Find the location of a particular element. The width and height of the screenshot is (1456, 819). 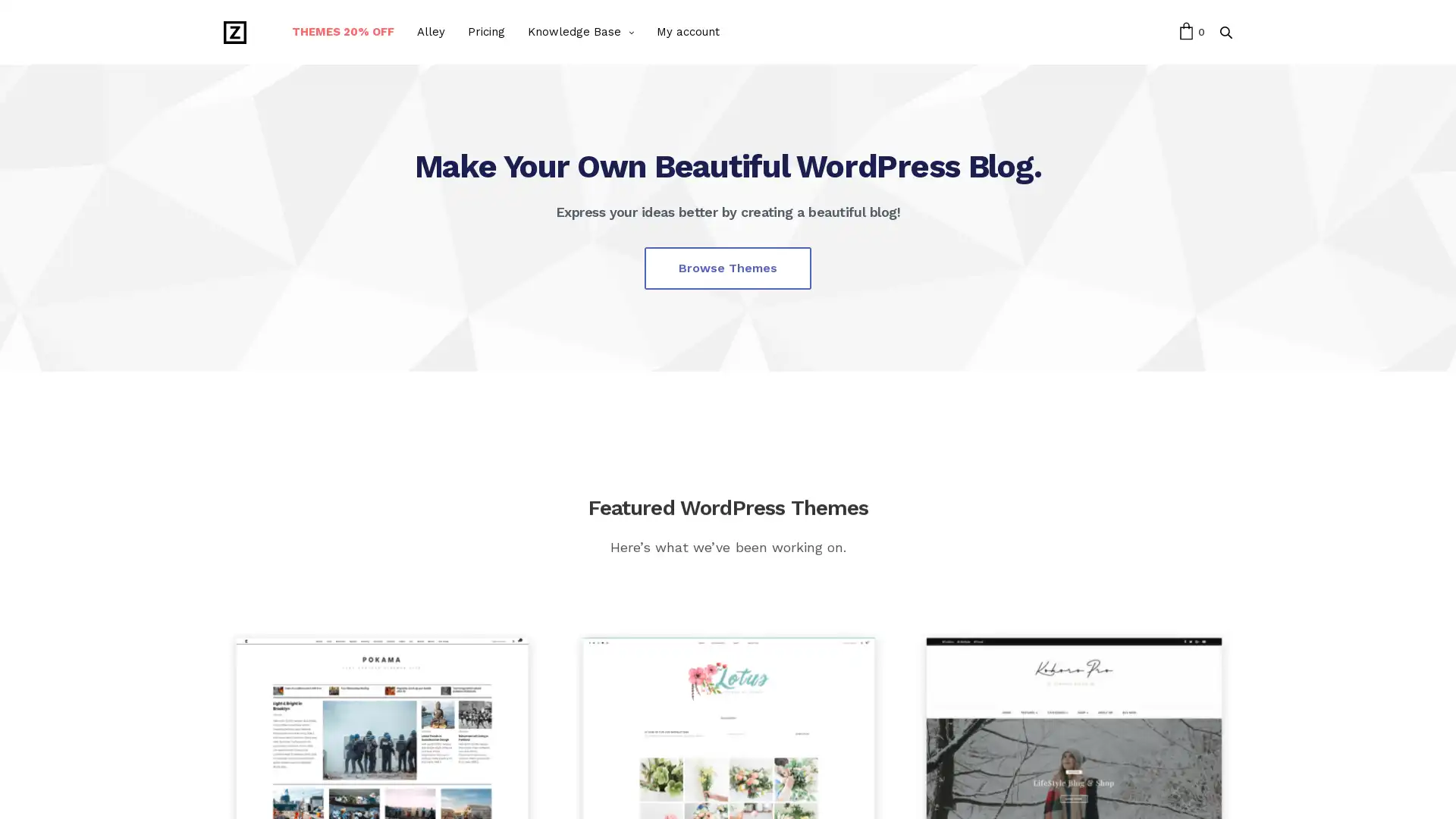

Browse Themes is located at coordinates (728, 267).